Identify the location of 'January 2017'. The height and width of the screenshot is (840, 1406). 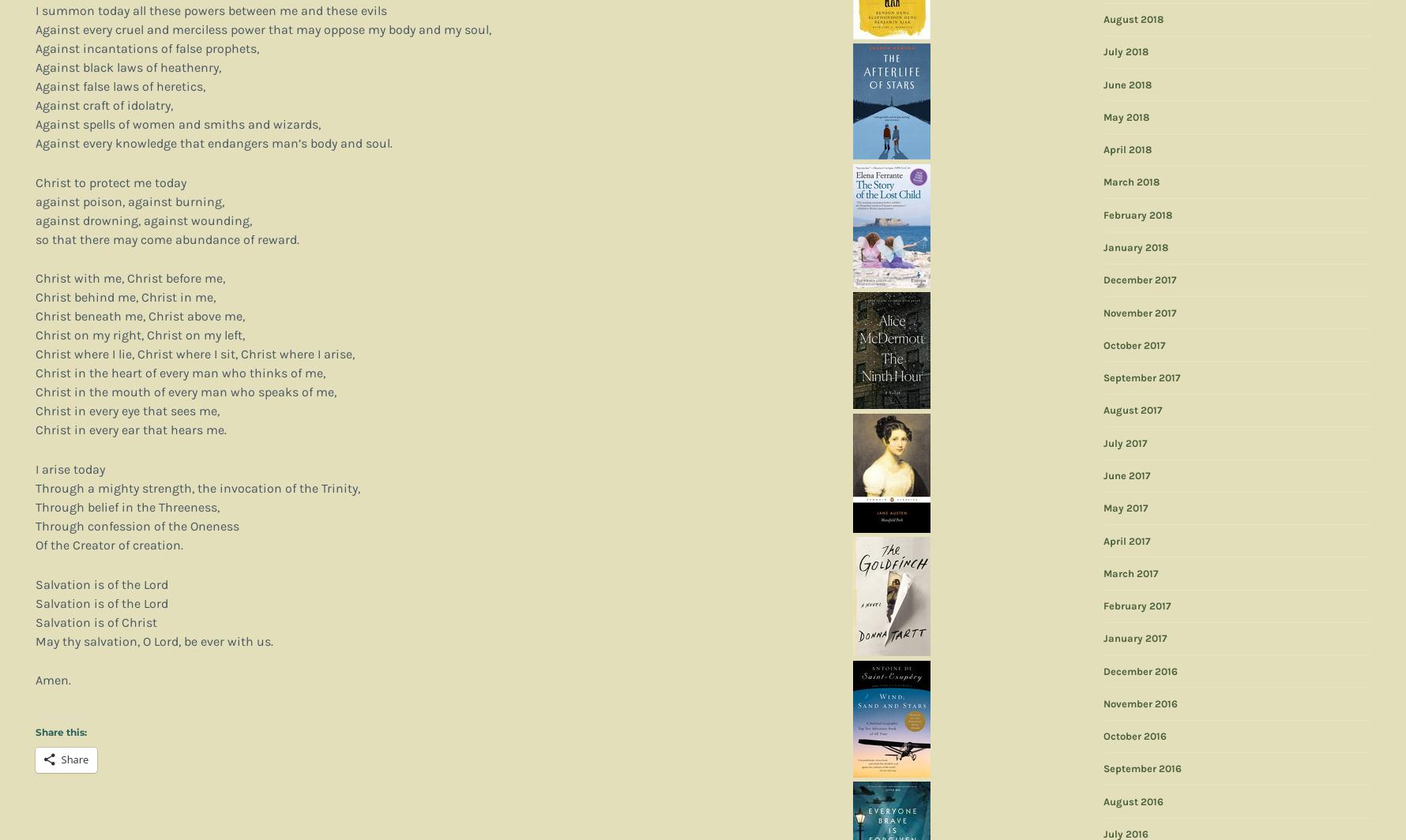
(1133, 638).